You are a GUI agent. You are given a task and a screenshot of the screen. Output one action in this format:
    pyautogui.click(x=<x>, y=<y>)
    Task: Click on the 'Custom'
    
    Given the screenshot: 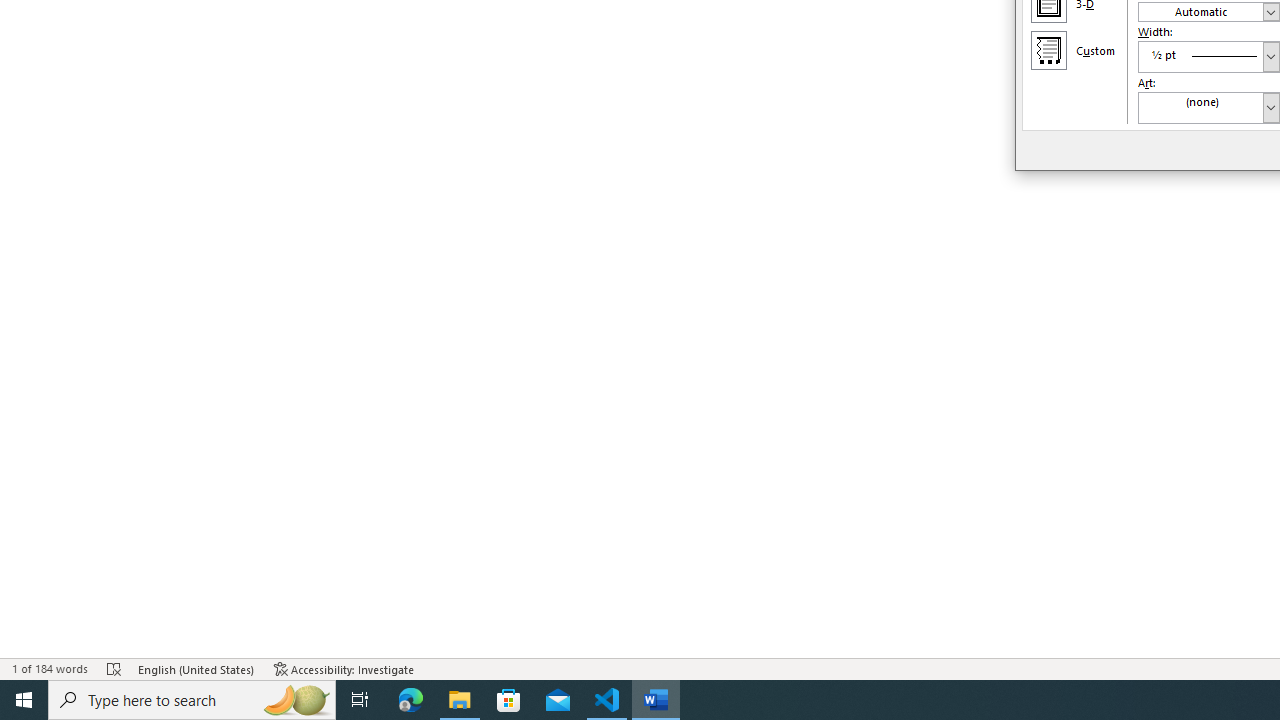 What is the action you would take?
    pyautogui.click(x=1047, y=49)
    